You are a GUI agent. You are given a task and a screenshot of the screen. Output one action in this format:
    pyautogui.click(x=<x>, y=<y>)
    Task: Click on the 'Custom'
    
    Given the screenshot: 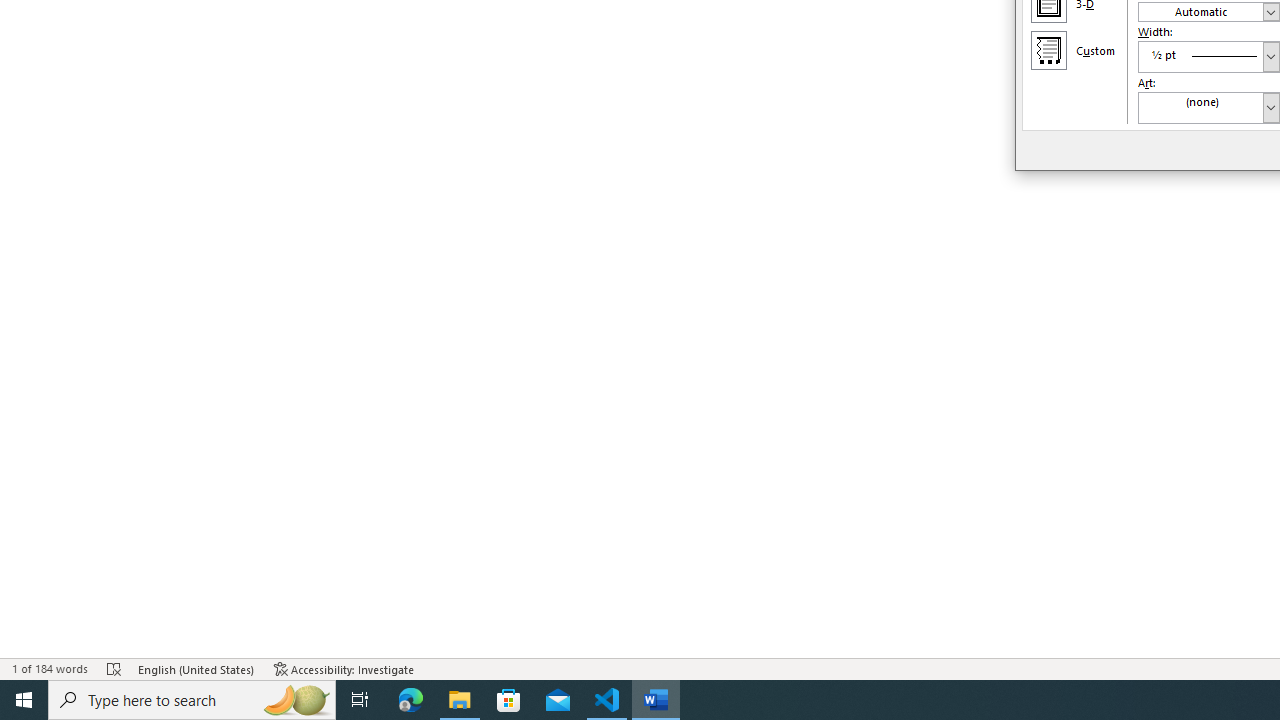 What is the action you would take?
    pyautogui.click(x=1047, y=49)
    